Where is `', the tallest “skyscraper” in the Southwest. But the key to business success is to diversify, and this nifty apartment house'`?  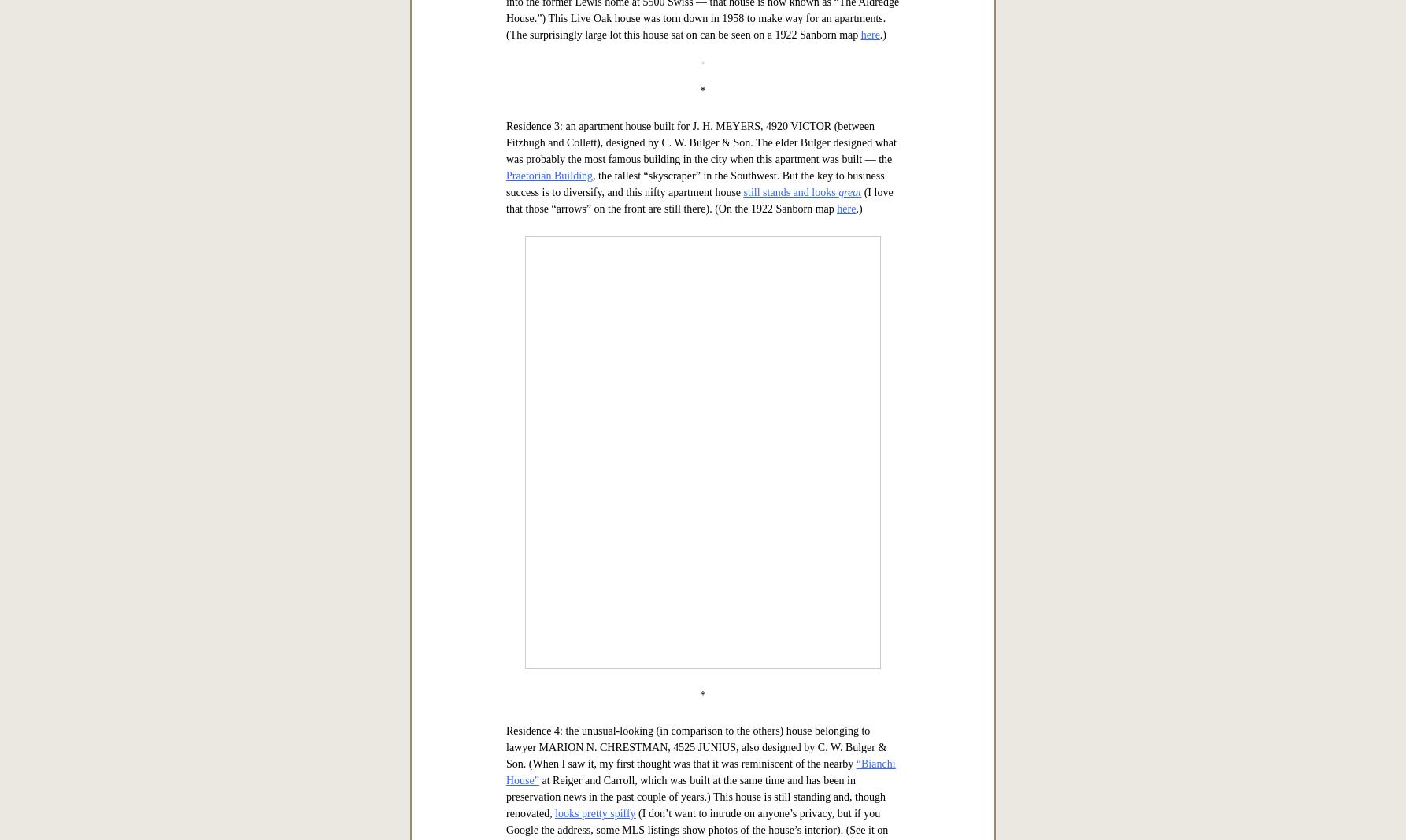 ', the tallest “skyscraper” in the Southwest. But the key to business success is to diversify, and this nifty apartment house' is located at coordinates (694, 676).